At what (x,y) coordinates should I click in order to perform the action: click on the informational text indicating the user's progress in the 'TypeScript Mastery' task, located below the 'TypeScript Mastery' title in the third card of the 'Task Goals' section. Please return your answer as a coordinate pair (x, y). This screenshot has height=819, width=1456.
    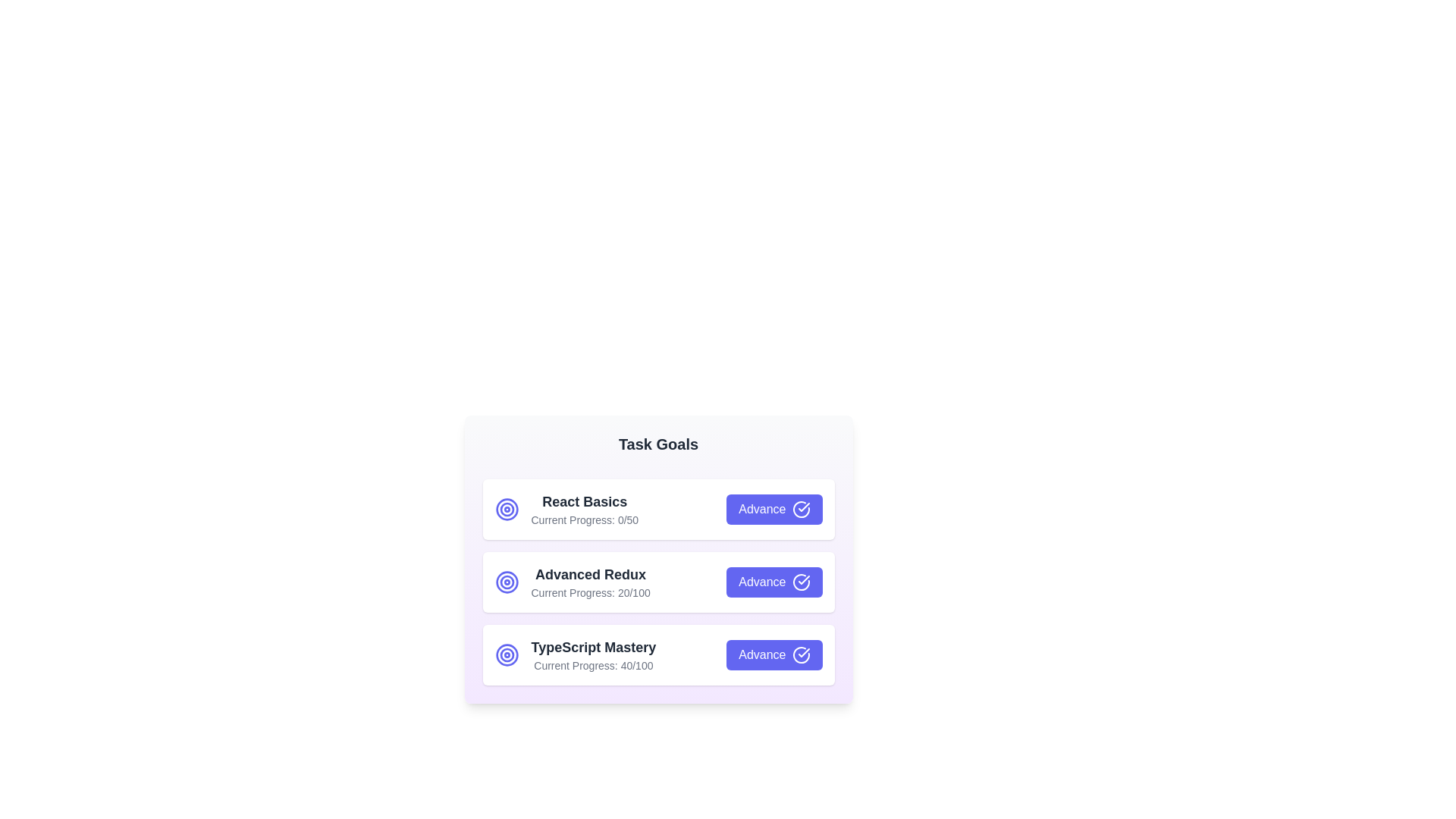
    Looking at the image, I should click on (592, 665).